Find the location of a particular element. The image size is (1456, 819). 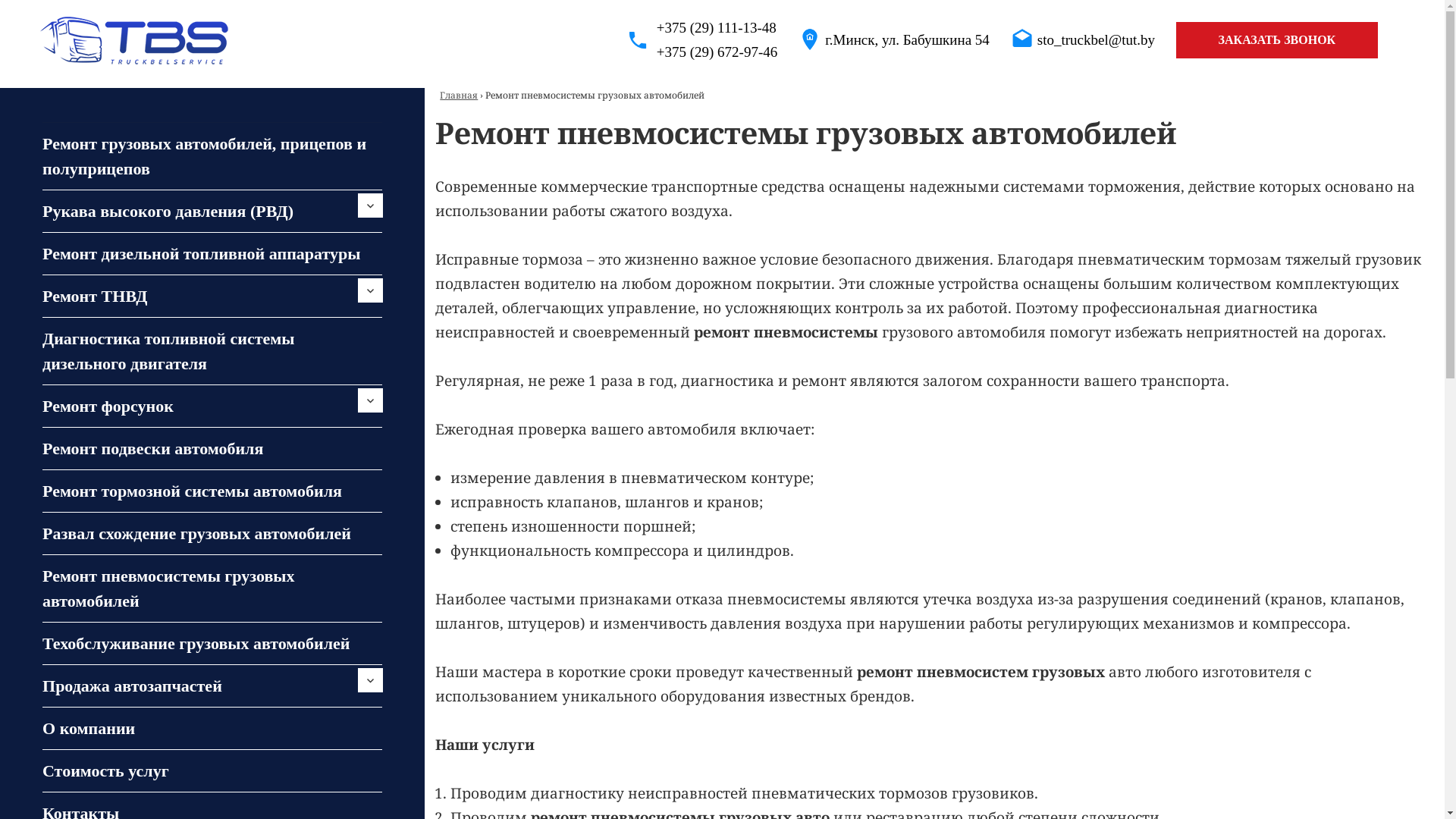

'expand child menu' is located at coordinates (370, 205).